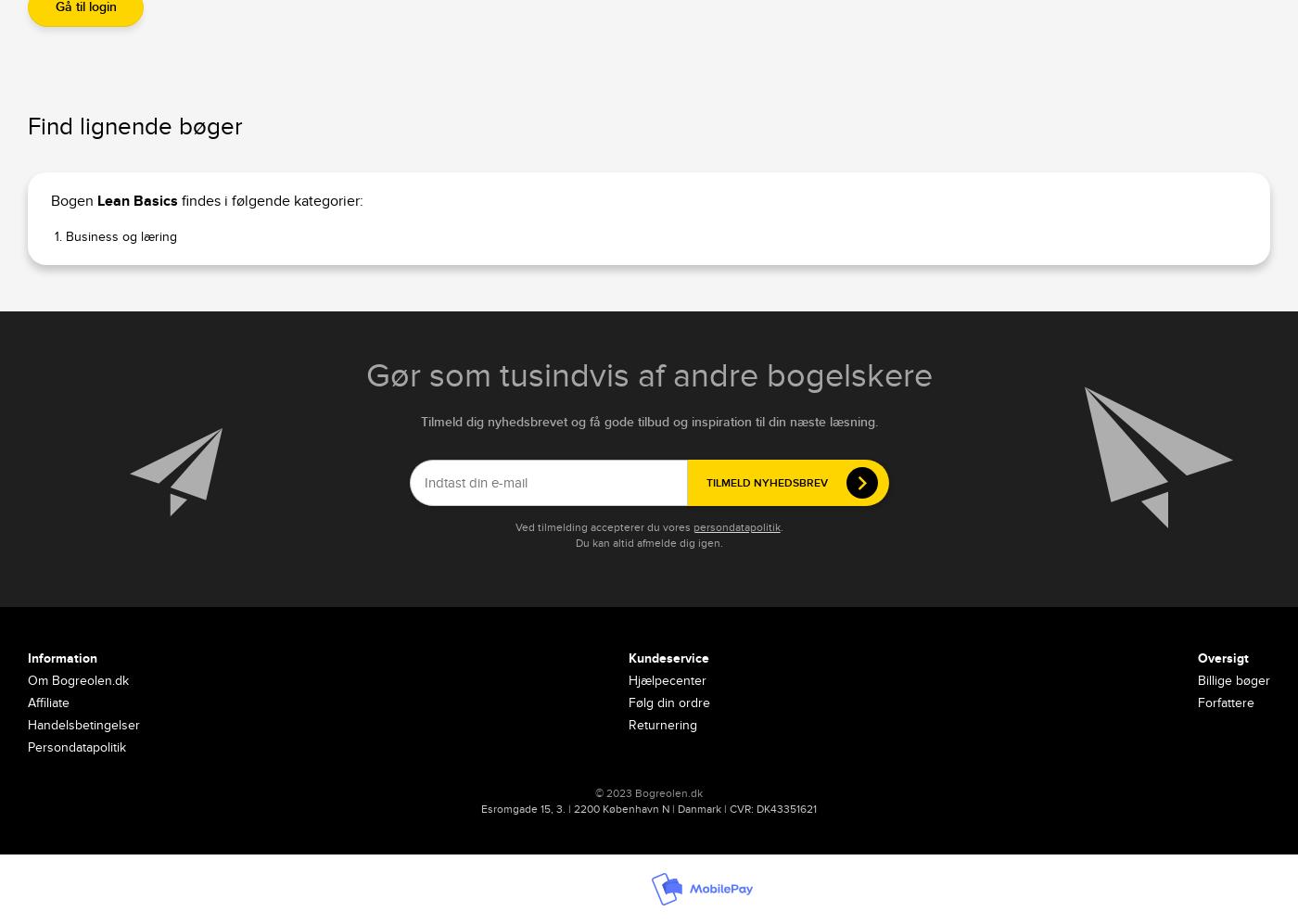 The image size is (1298, 924). What do you see at coordinates (73, 201) in the screenshot?
I see `'Bogen'` at bounding box center [73, 201].